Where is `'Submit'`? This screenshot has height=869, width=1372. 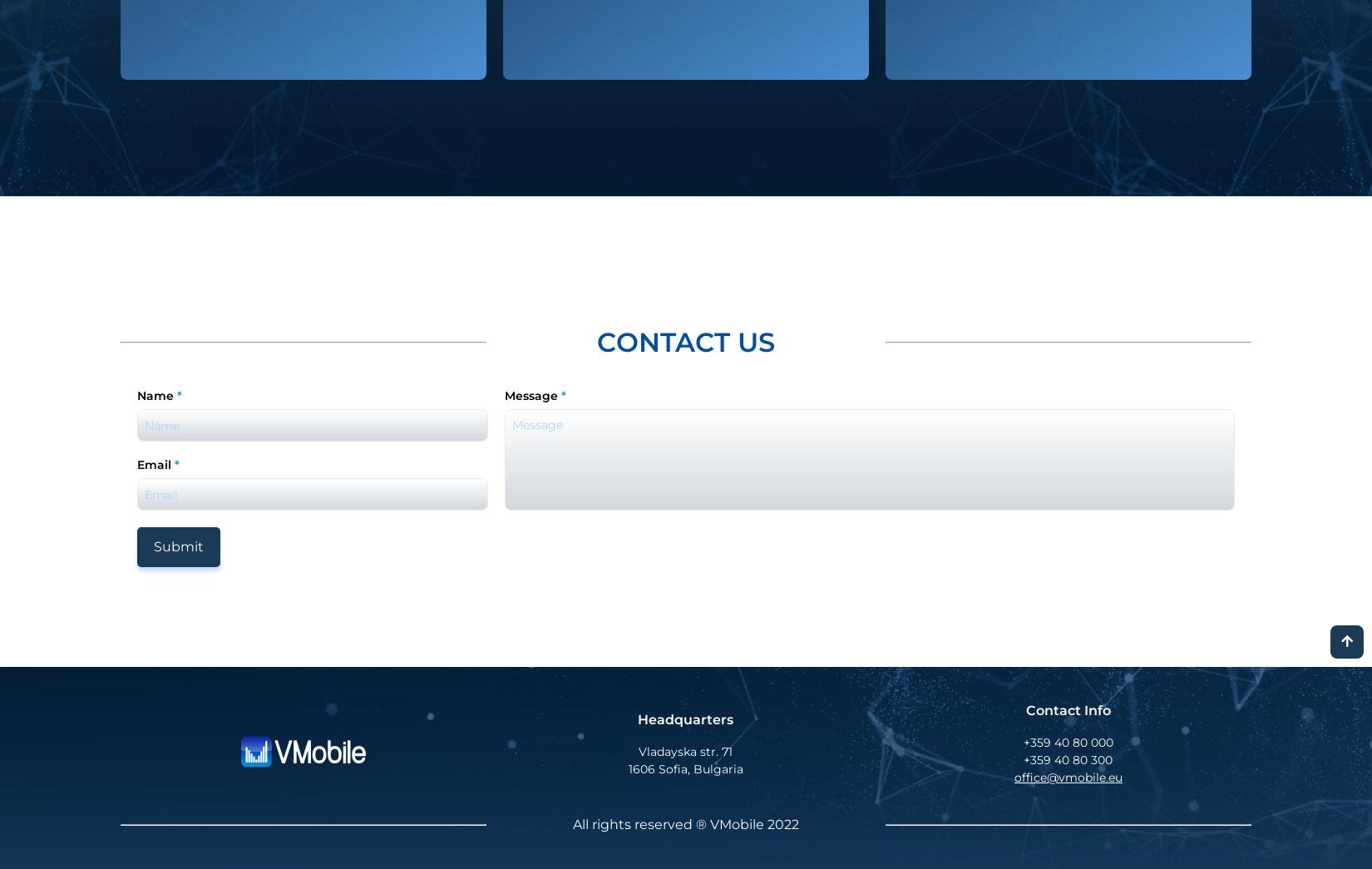 'Submit' is located at coordinates (178, 546).